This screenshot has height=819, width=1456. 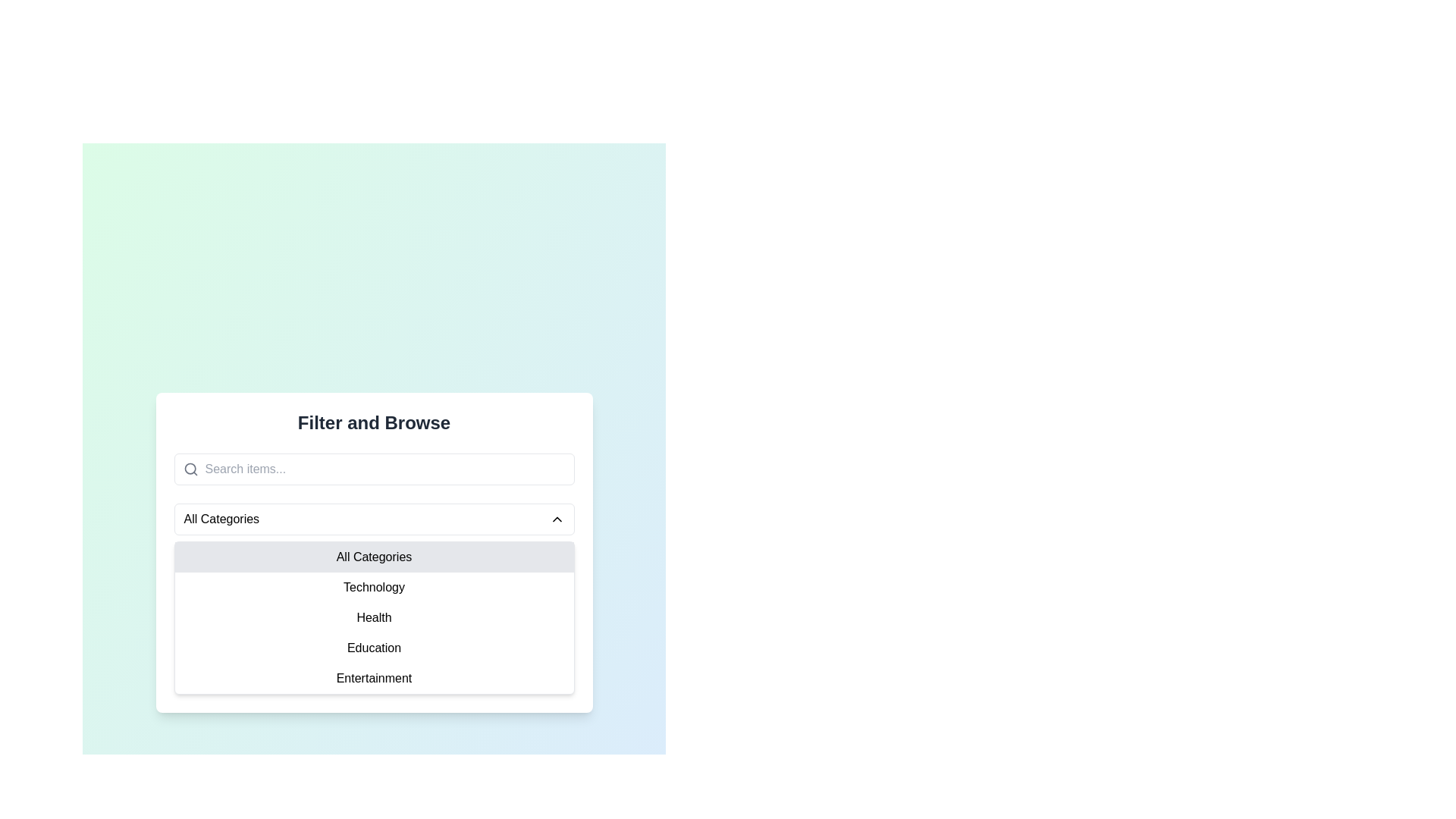 What do you see at coordinates (221, 519) in the screenshot?
I see `the label in the dropdown menu that displays the currently selected category` at bounding box center [221, 519].